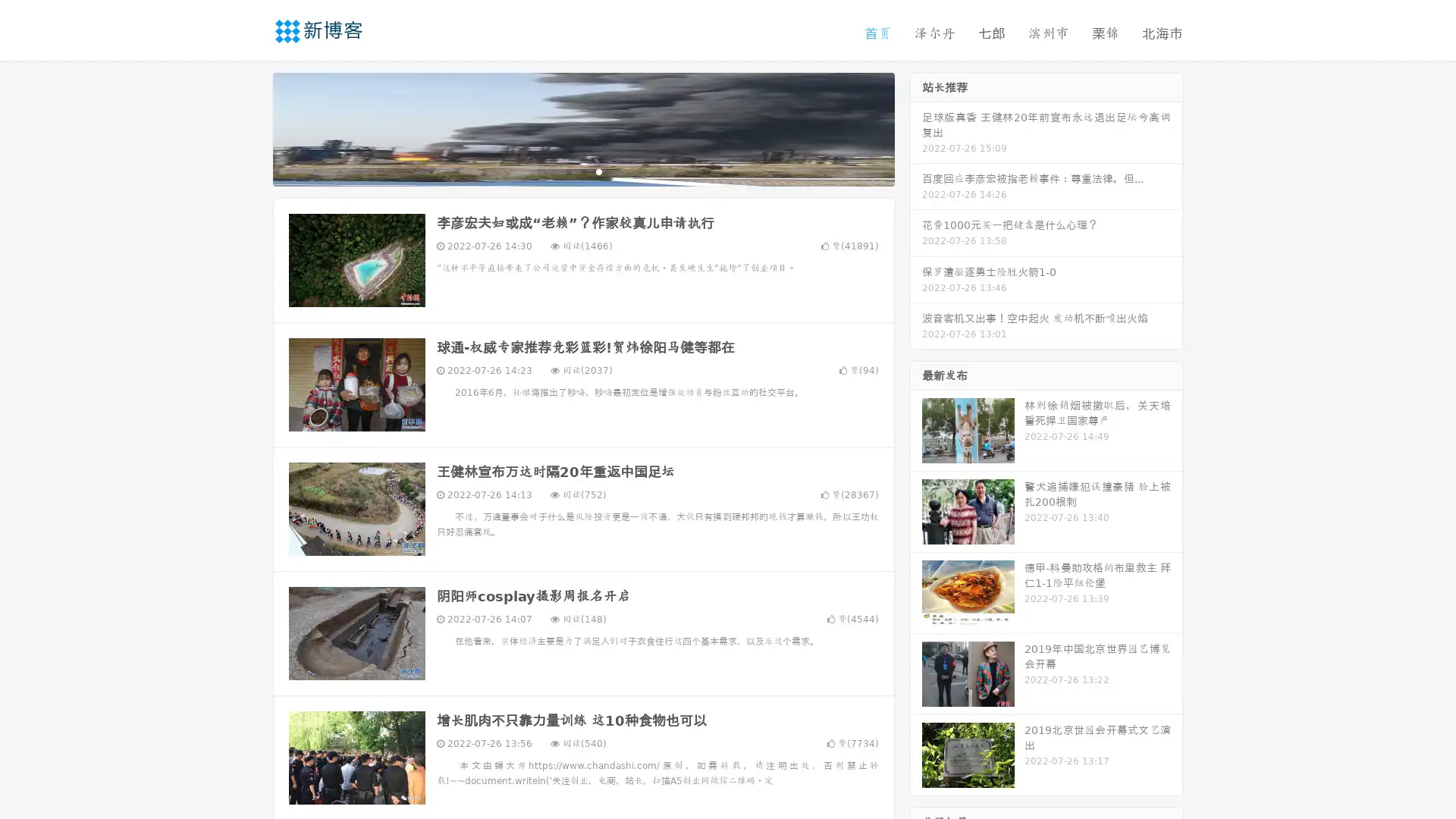 The width and height of the screenshot is (1456, 819). I want to click on Previous slide, so click(250, 127).